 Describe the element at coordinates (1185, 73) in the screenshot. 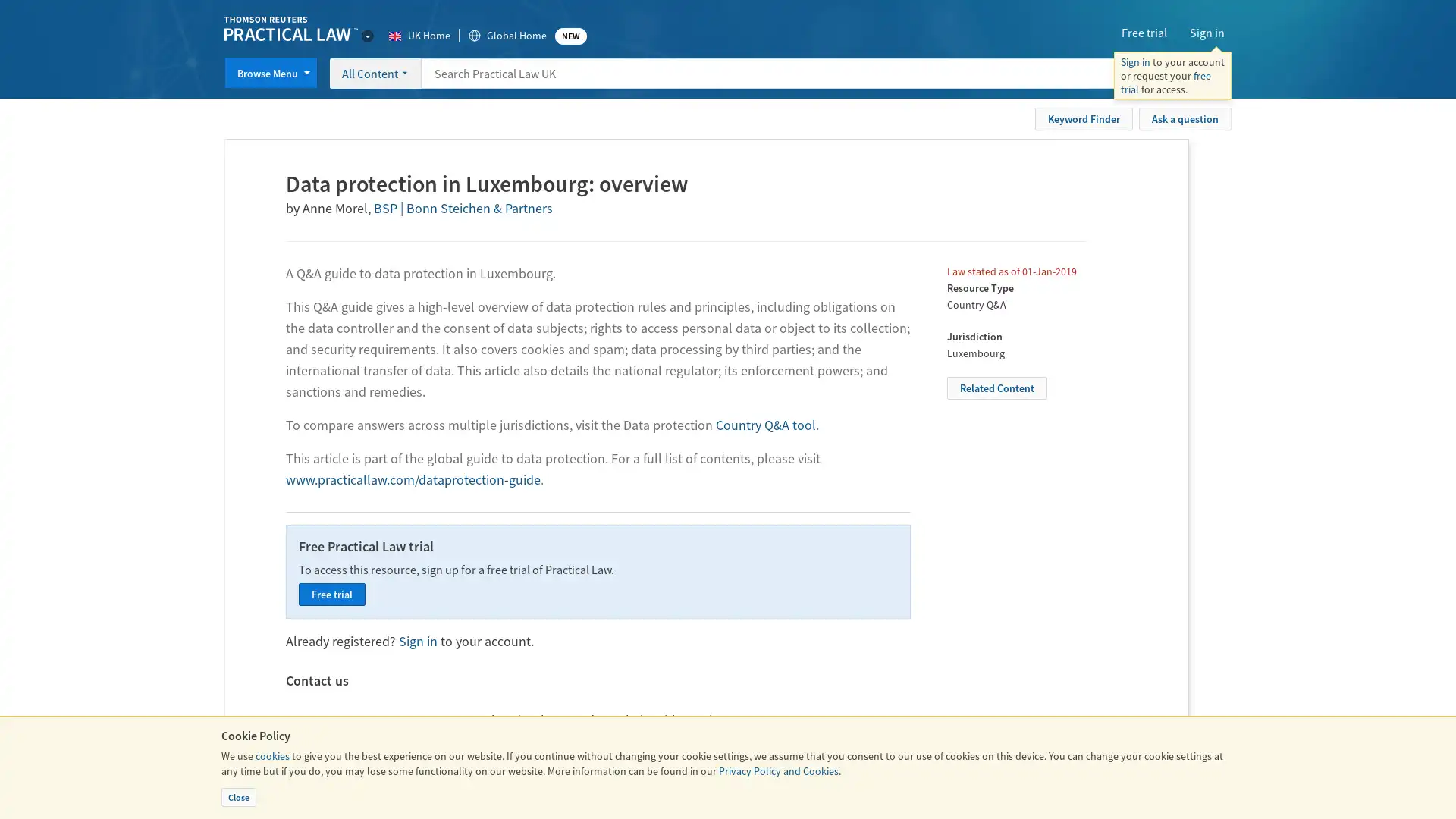

I see `More Info` at that location.